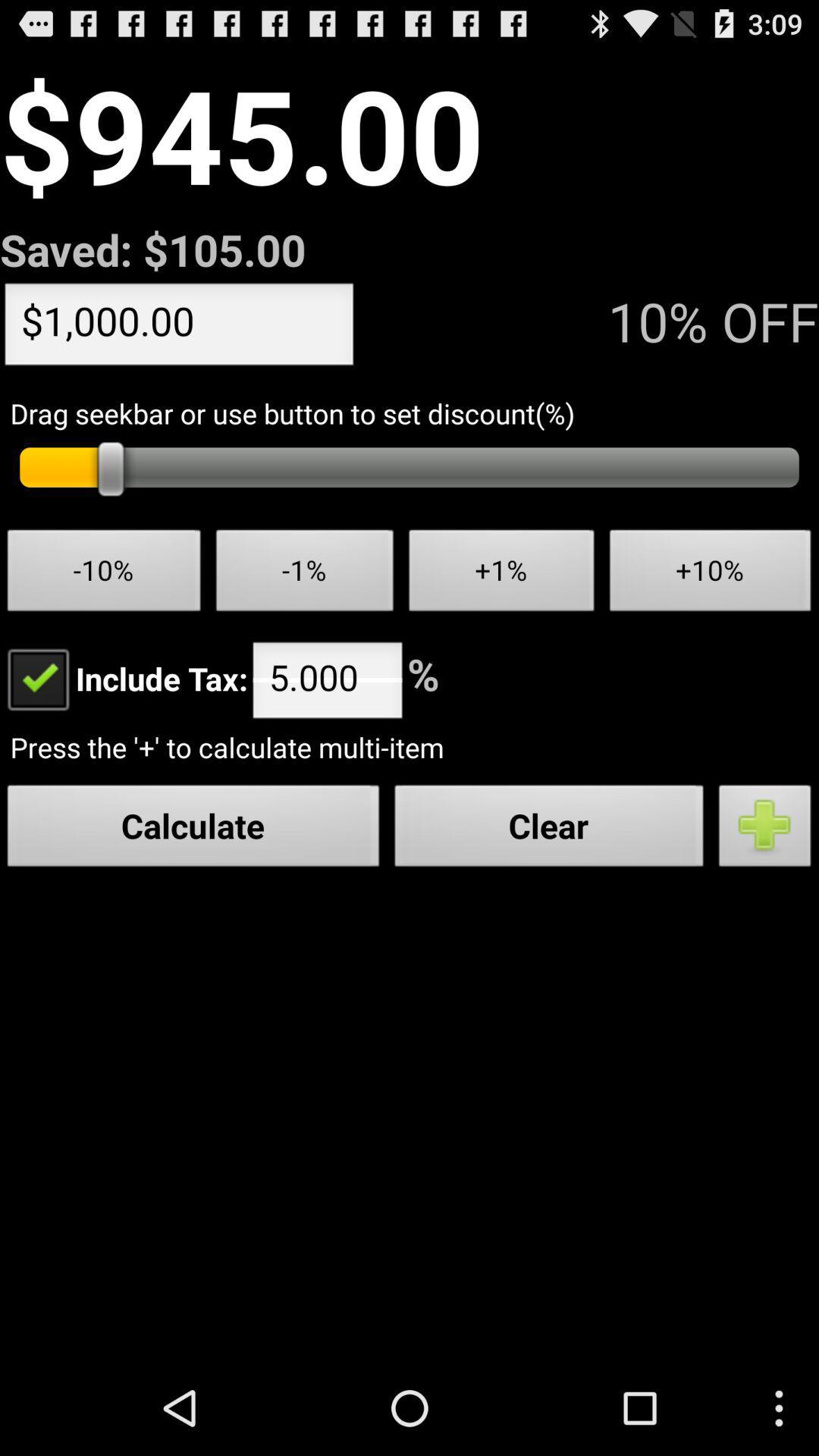 Image resolution: width=819 pixels, height=1456 pixels. Describe the element at coordinates (765, 829) in the screenshot. I see `the app below press the to item` at that location.